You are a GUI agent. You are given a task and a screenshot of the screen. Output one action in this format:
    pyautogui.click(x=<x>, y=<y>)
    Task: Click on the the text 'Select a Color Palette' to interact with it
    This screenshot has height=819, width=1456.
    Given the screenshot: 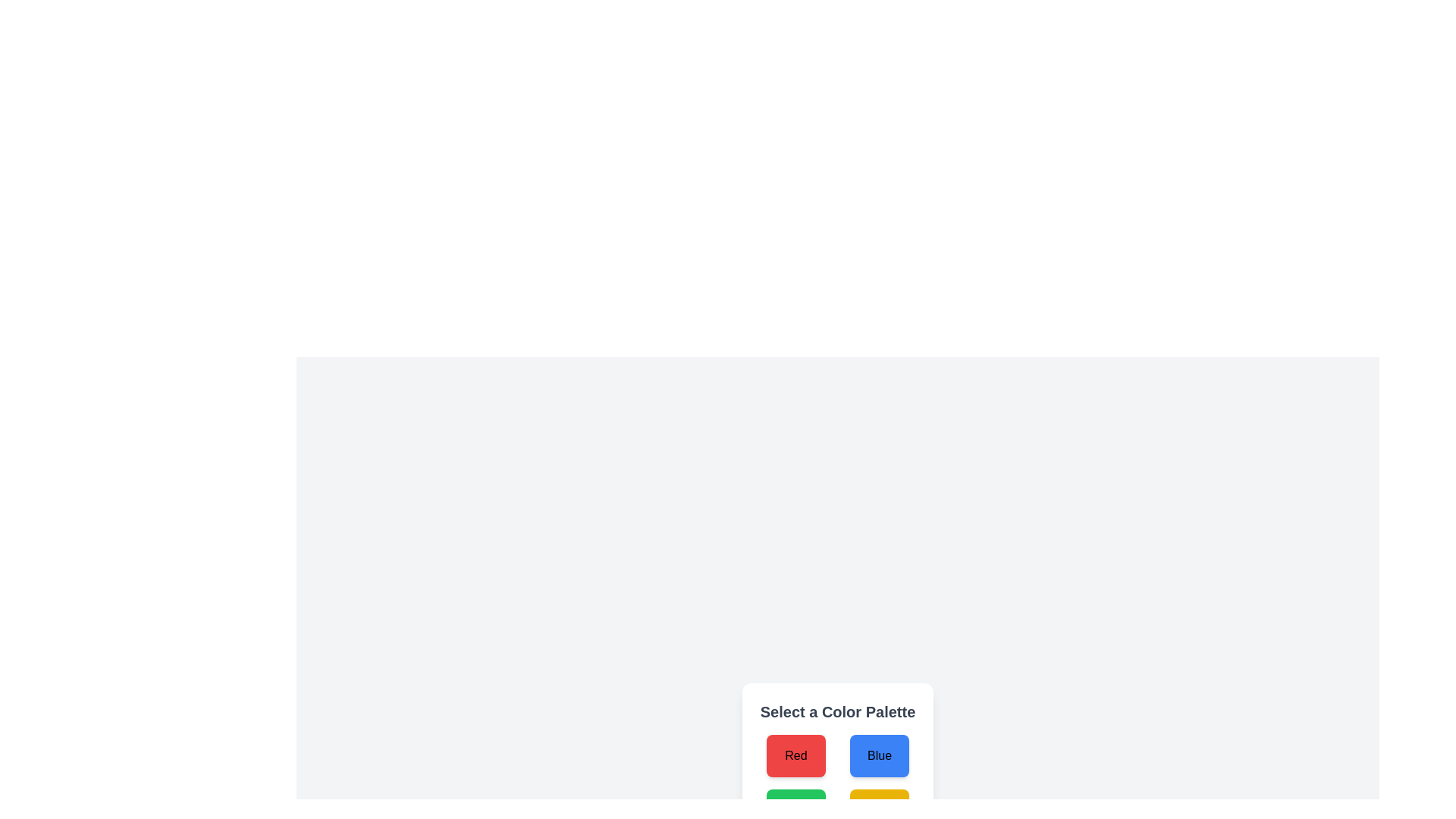 What is the action you would take?
    pyautogui.click(x=836, y=711)
    